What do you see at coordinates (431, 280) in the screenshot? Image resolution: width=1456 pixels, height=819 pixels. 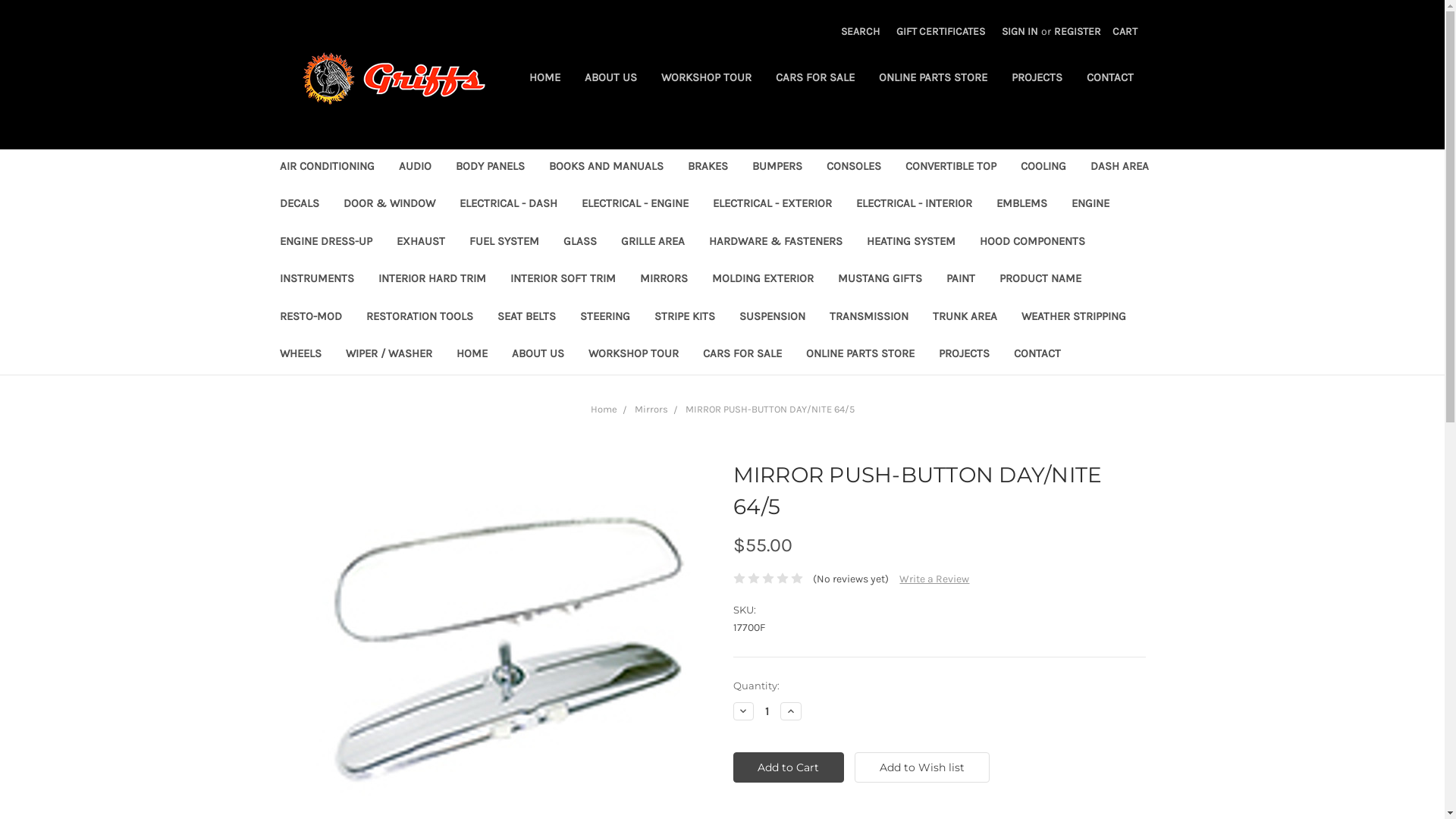 I see `'INTERIOR HARD TRIM'` at bounding box center [431, 280].